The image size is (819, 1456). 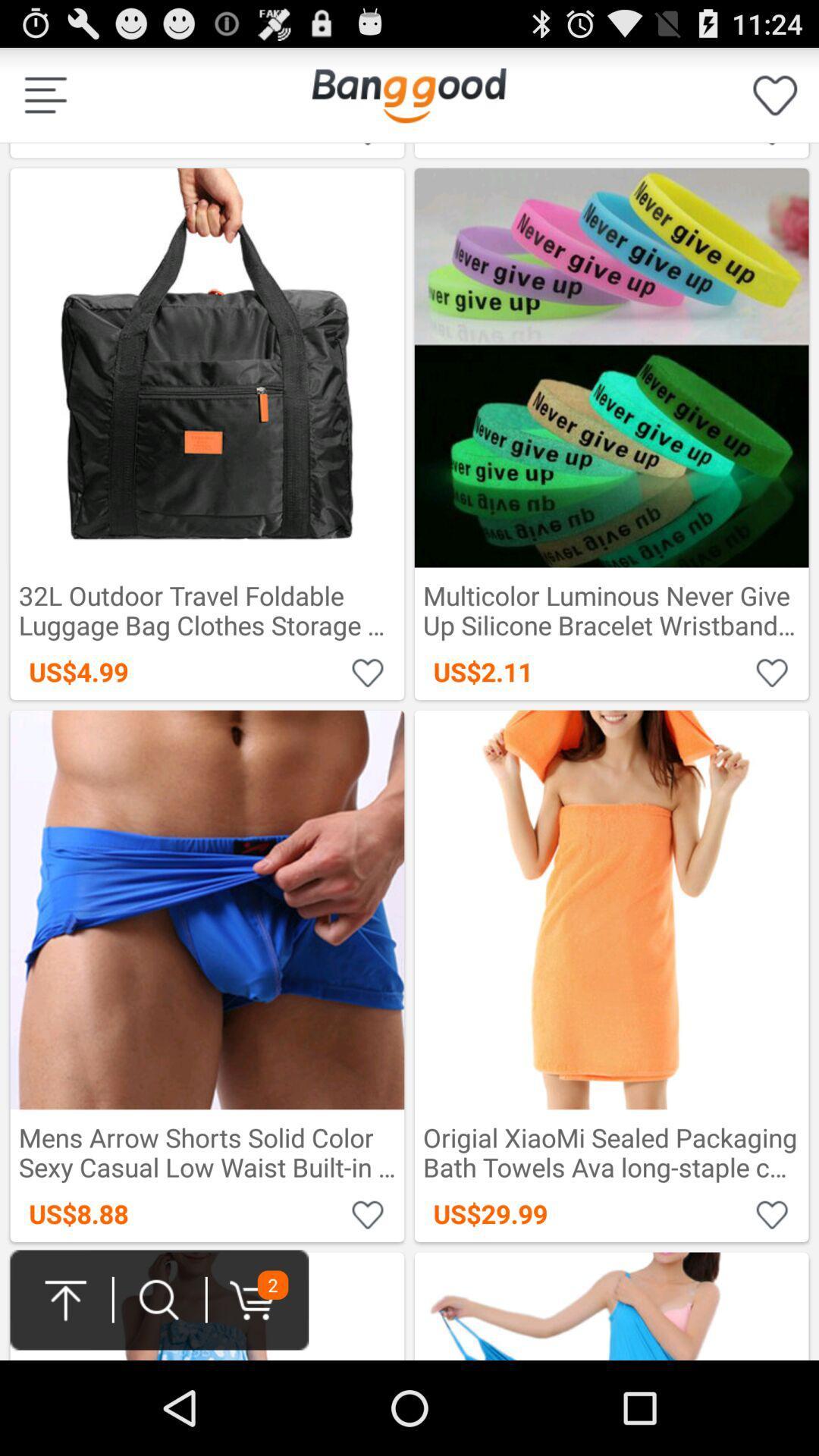 I want to click on to favorites, so click(x=368, y=671).